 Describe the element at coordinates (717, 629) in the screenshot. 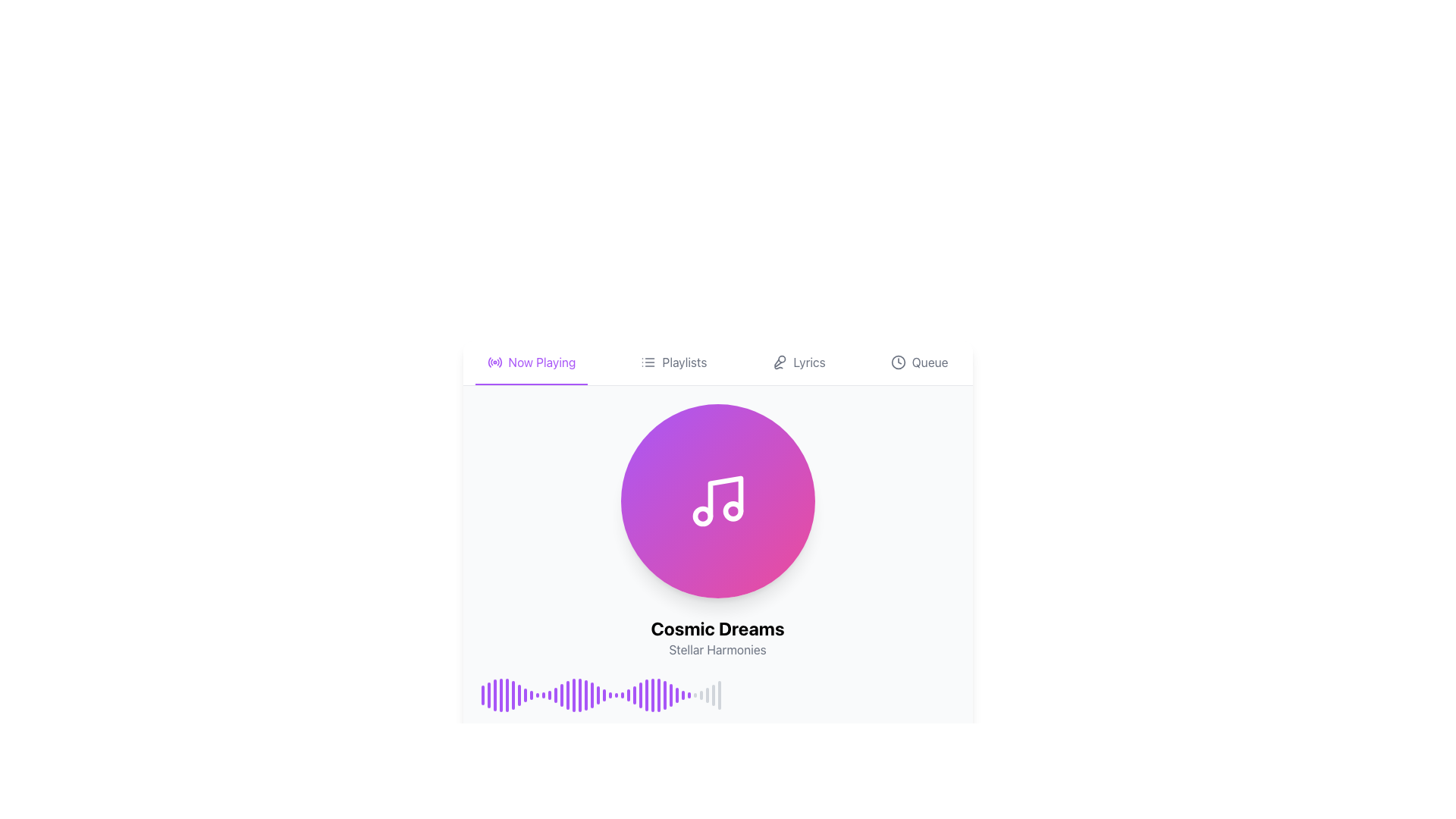

I see `bold black text 'Cosmic Dreams' that is positioned below a circular music icon and above the subtitle 'Stellar Harmonies'` at that location.